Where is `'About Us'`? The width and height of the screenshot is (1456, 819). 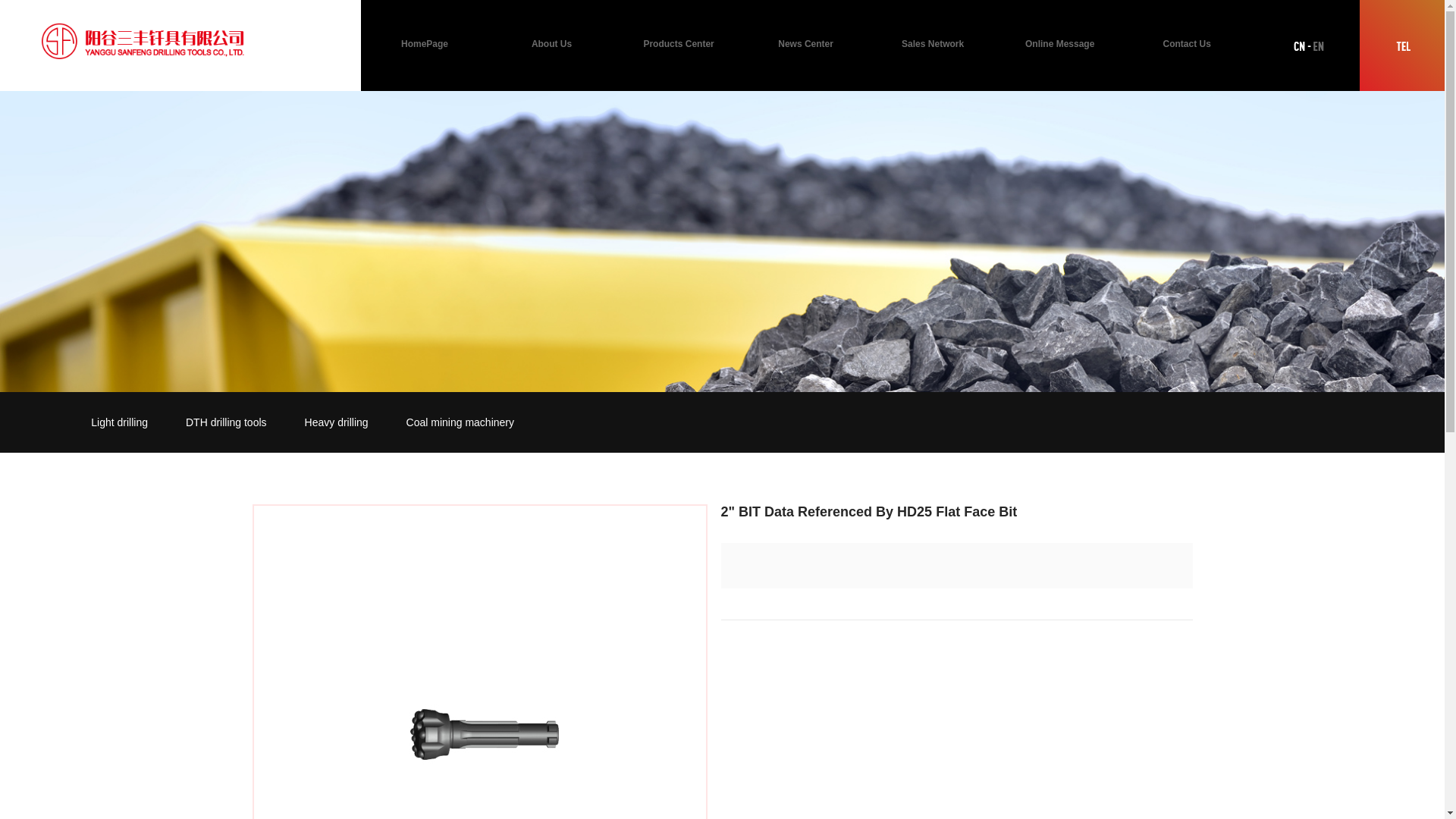
'About Us' is located at coordinates (551, 43).